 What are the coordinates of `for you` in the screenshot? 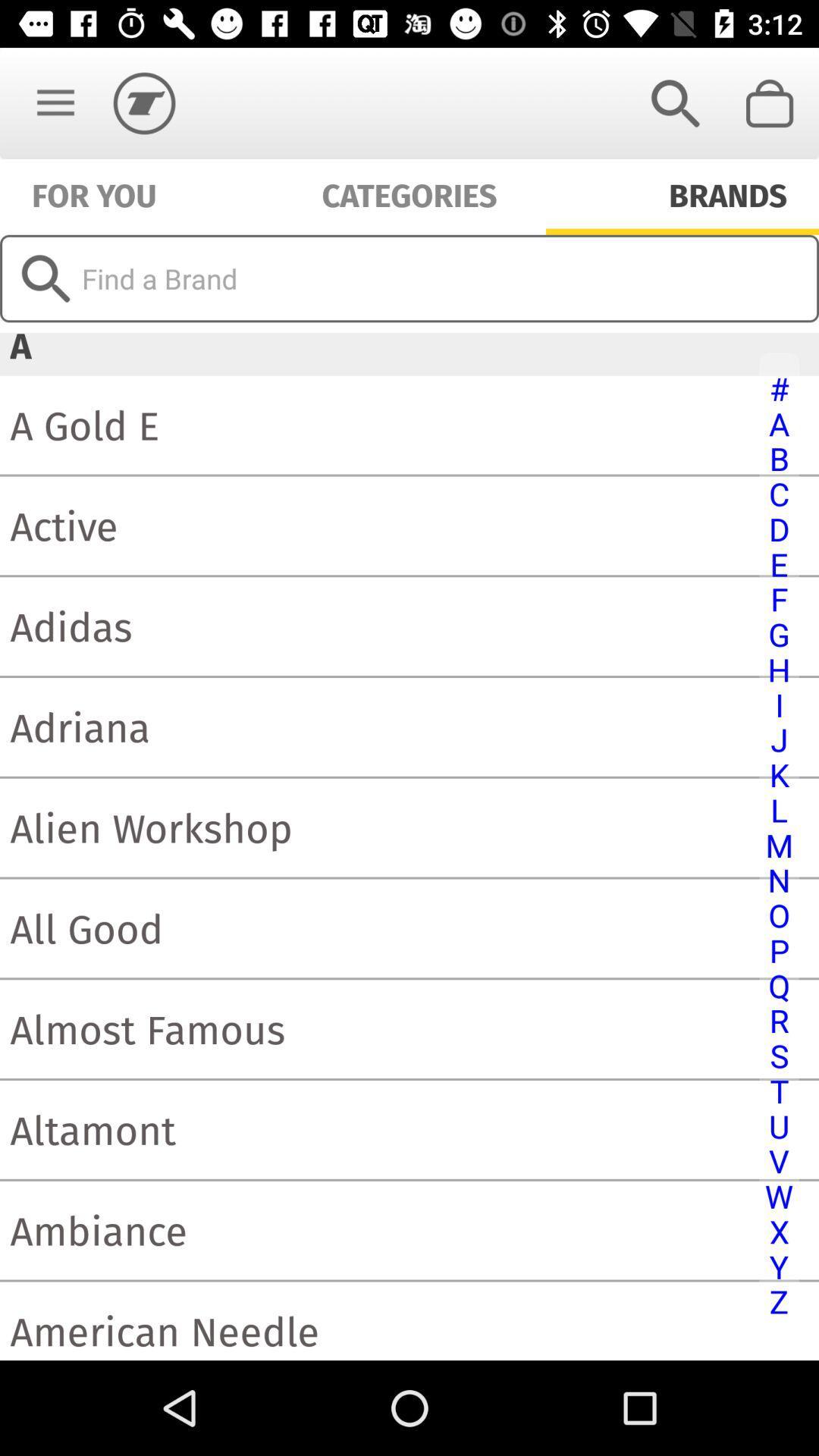 It's located at (94, 193).